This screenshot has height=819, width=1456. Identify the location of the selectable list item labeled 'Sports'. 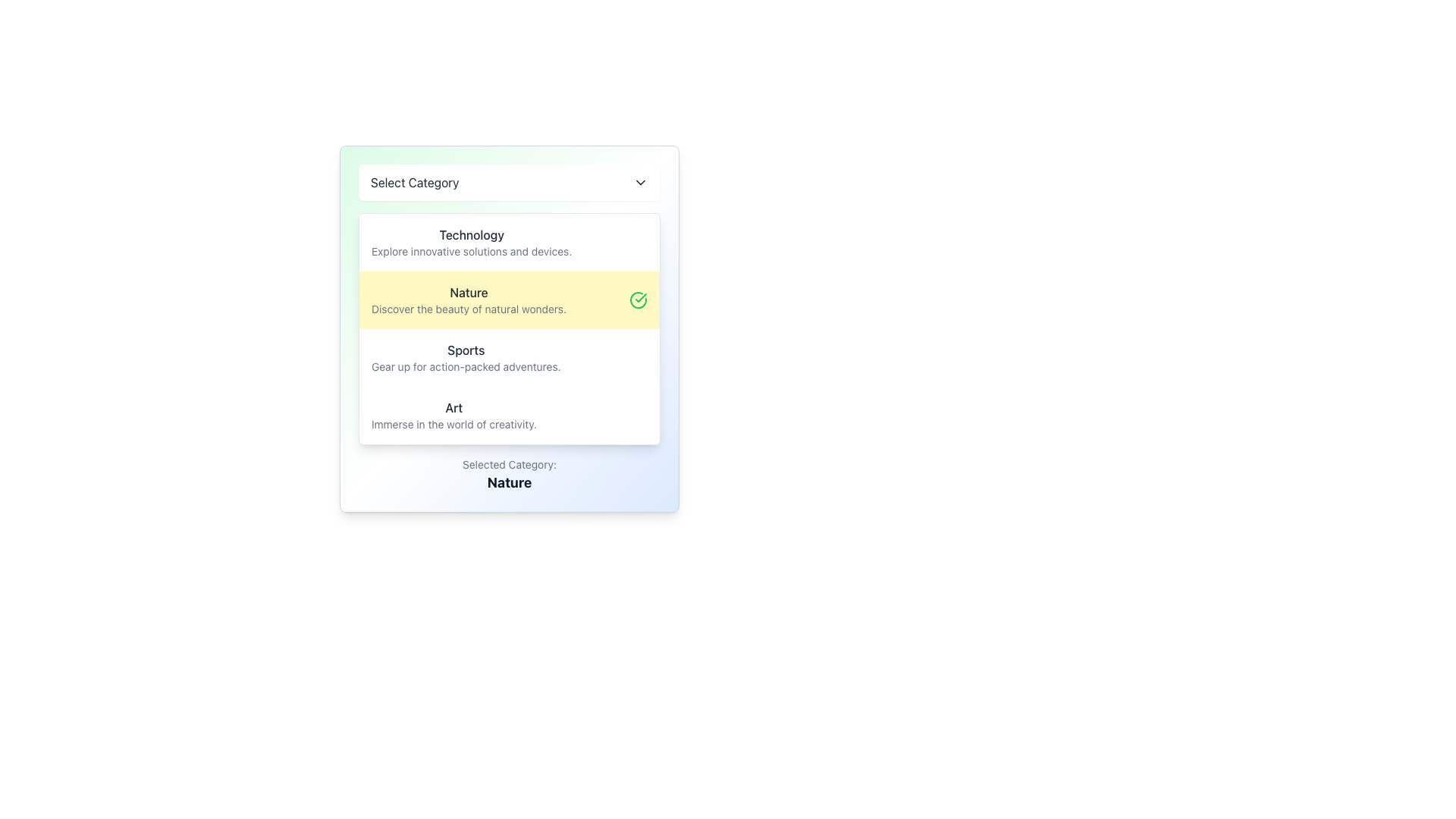
(510, 357).